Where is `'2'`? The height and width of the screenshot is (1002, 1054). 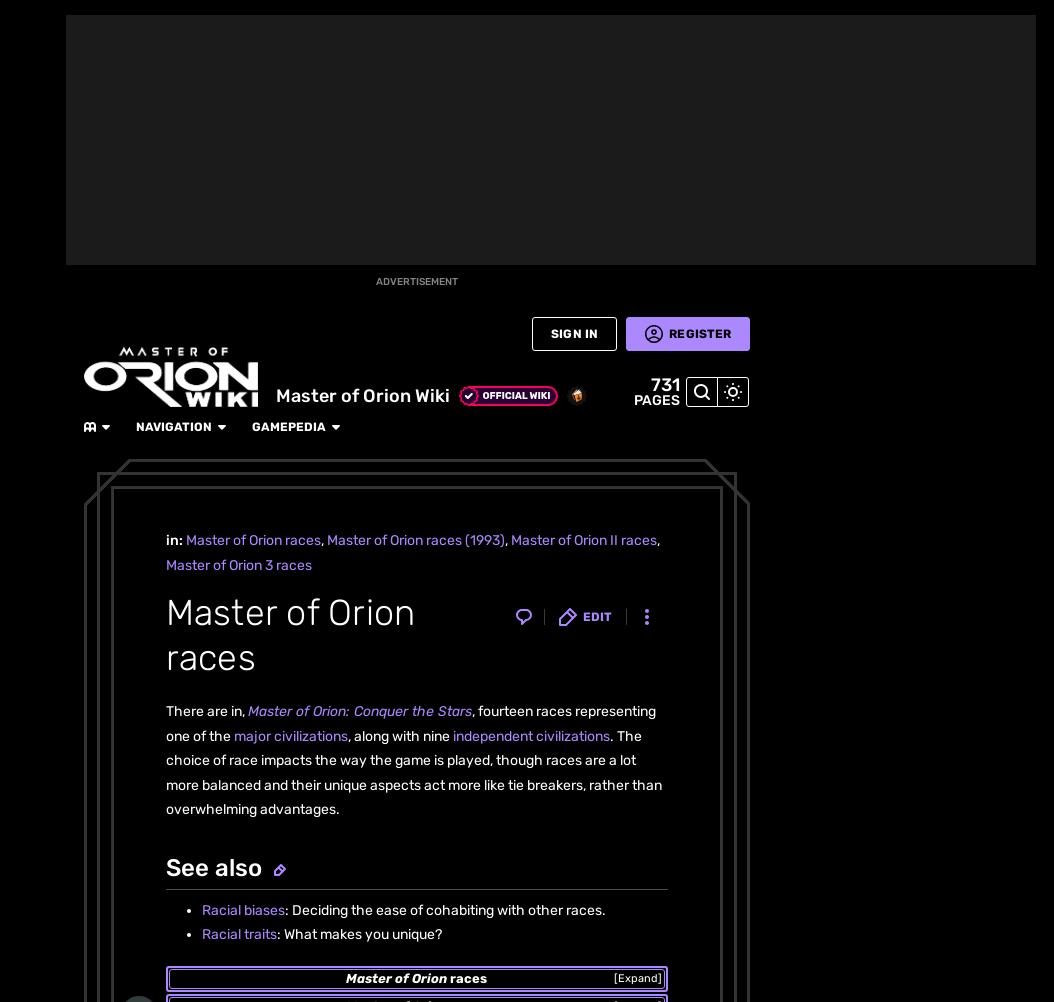
'2' is located at coordinates (150, 319).